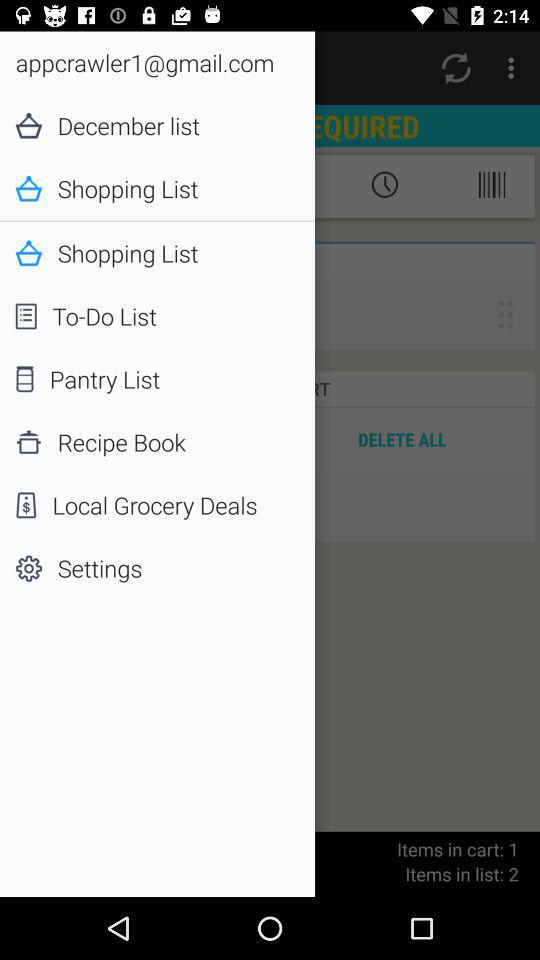 The image size is (540, 960). Describe the element at coordinates (385, 184) in the screenshot. I see `the timer symbol which is beside to  shopping list` at that location.